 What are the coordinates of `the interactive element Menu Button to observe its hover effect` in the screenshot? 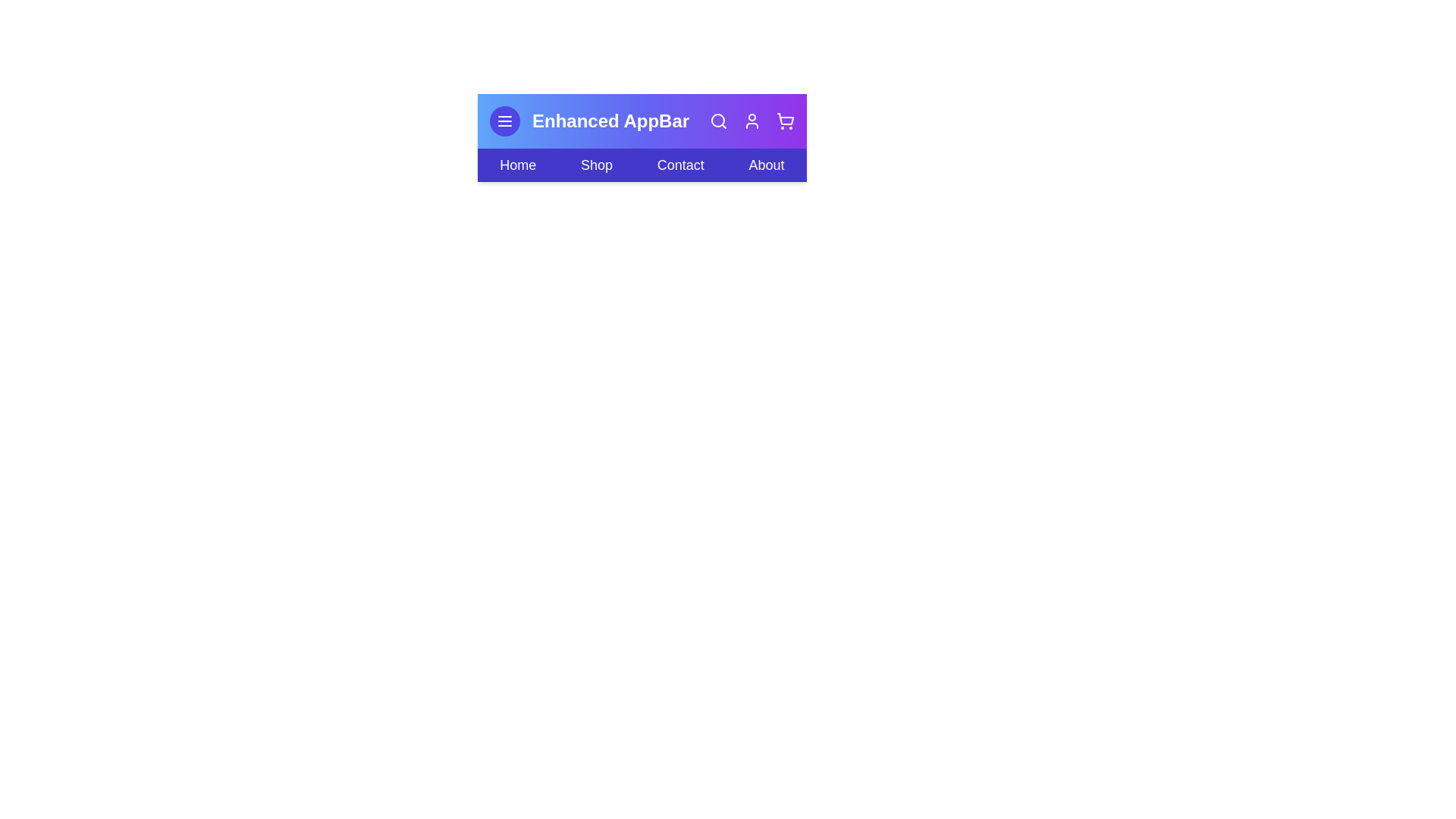 It's located at (505, 120).